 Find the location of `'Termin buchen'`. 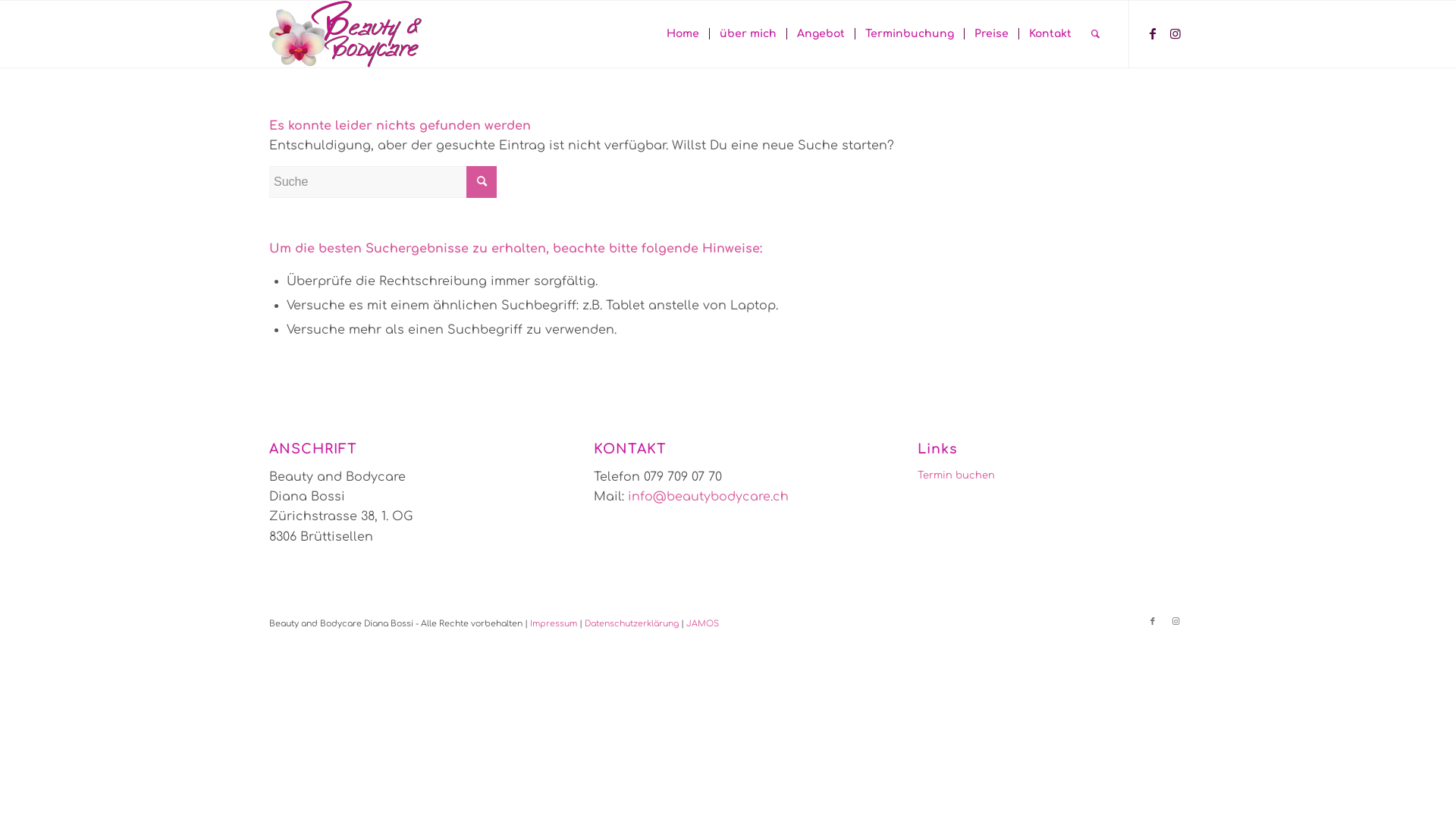

'Termin buchen' is located at coordinates (1051, 475).